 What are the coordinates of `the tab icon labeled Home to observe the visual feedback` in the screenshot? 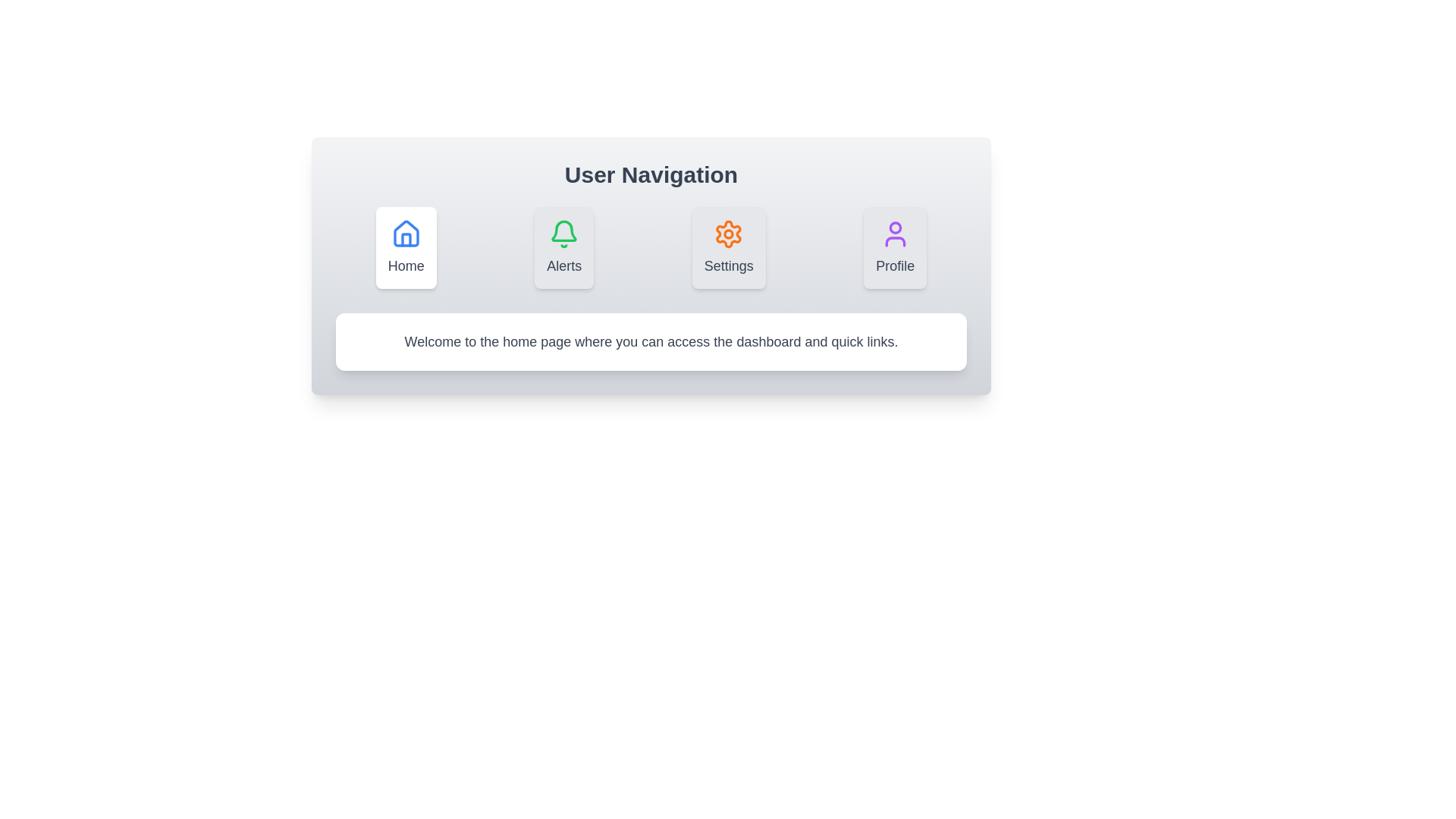 It's located at (406, 247).